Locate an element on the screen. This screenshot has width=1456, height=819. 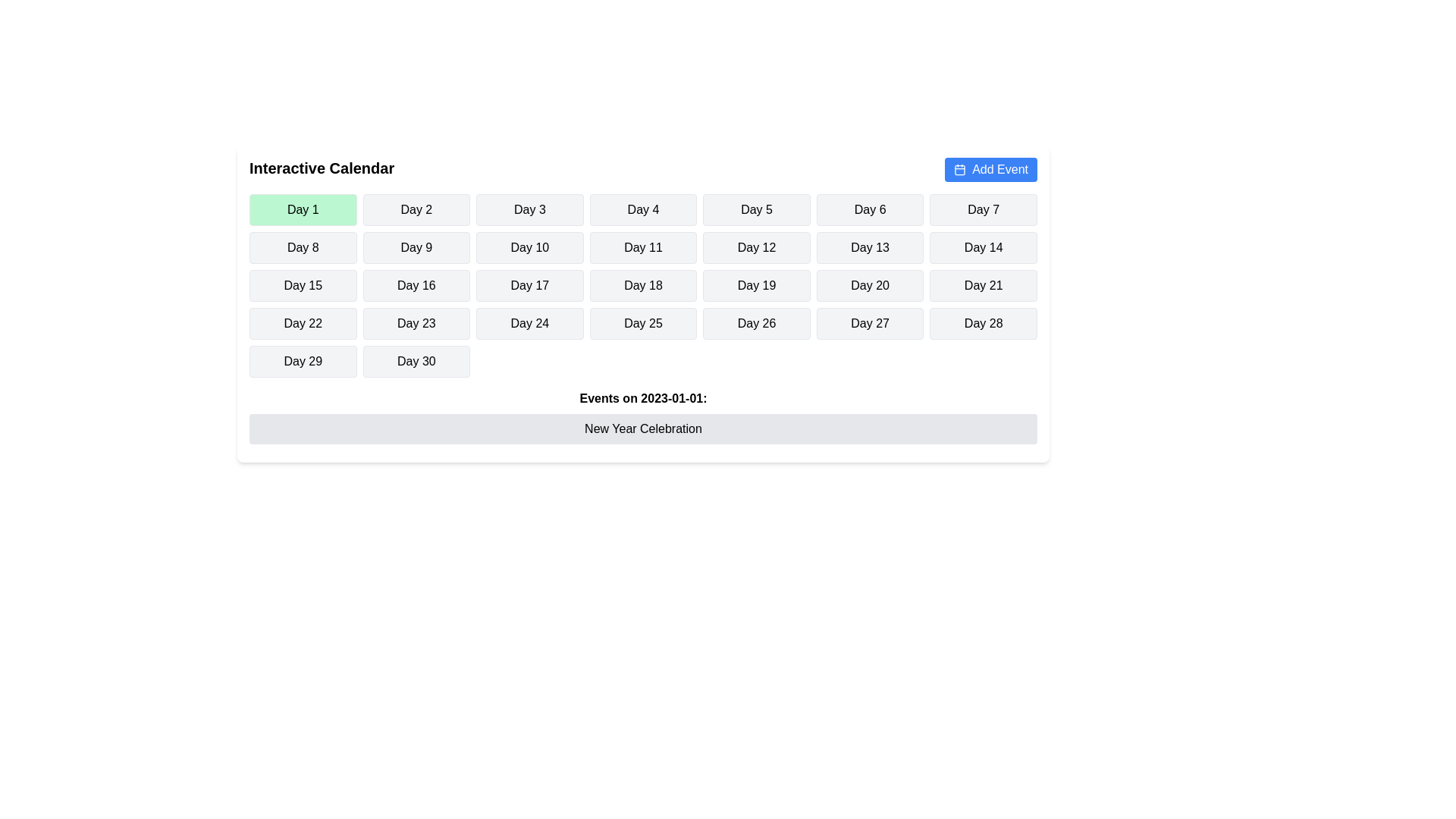
the button representing the 15th day in the calendar grid is located at coordinates (303, 286).